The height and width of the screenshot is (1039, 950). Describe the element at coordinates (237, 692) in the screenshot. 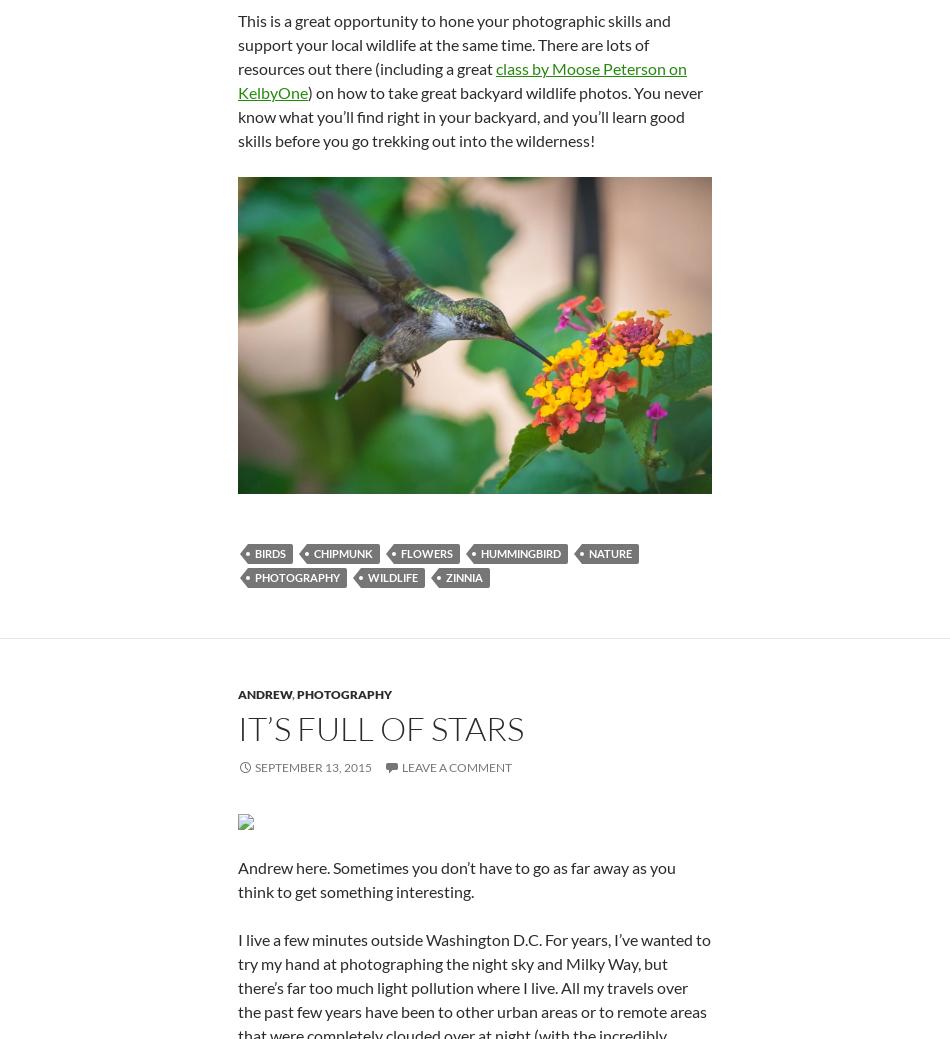

I see `'andrew'` at that location.